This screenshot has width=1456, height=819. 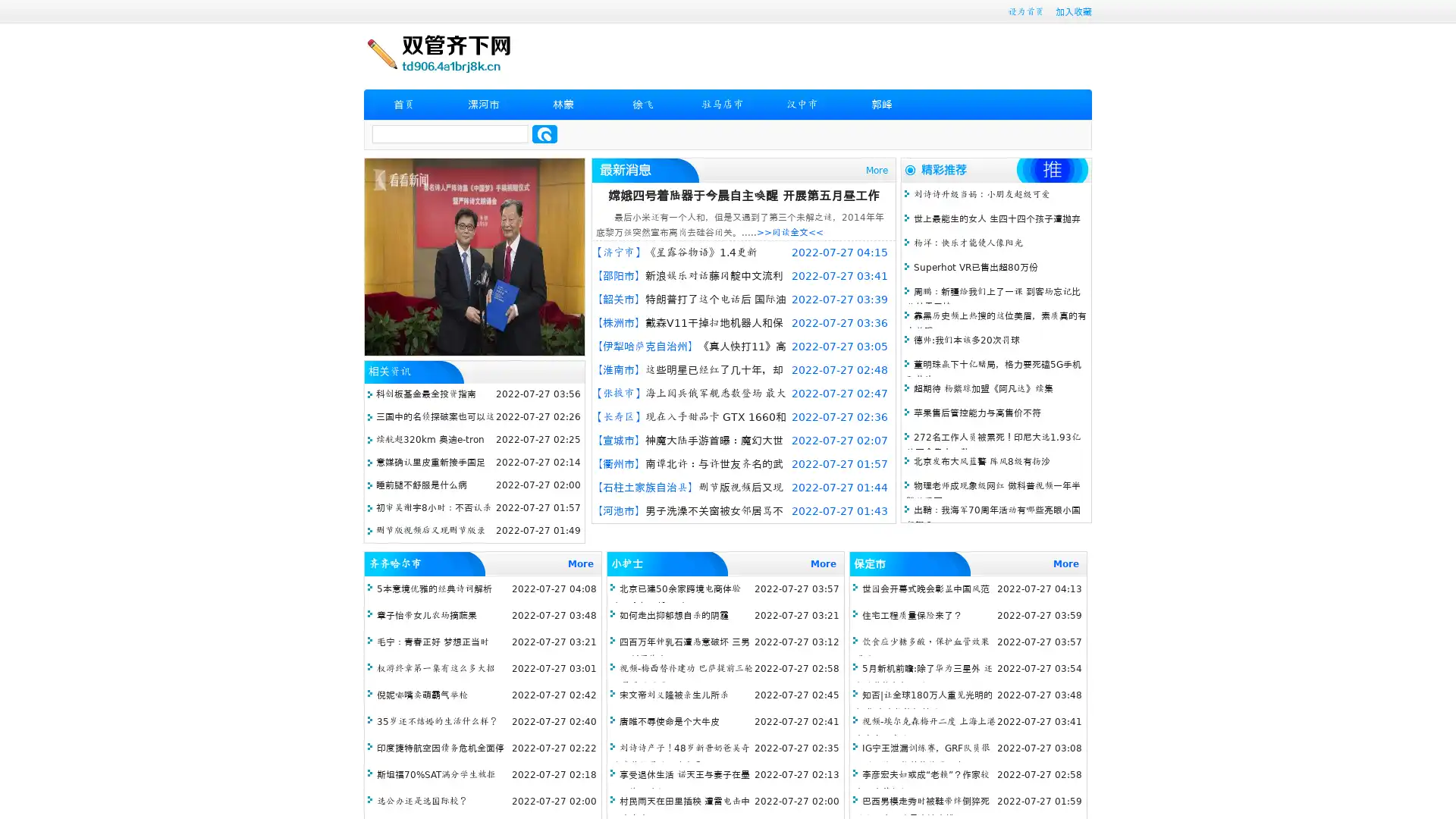 What do you see at coordinates (544, 133) in the screenshot?
I see `Search` at bounding box center [544, 133].